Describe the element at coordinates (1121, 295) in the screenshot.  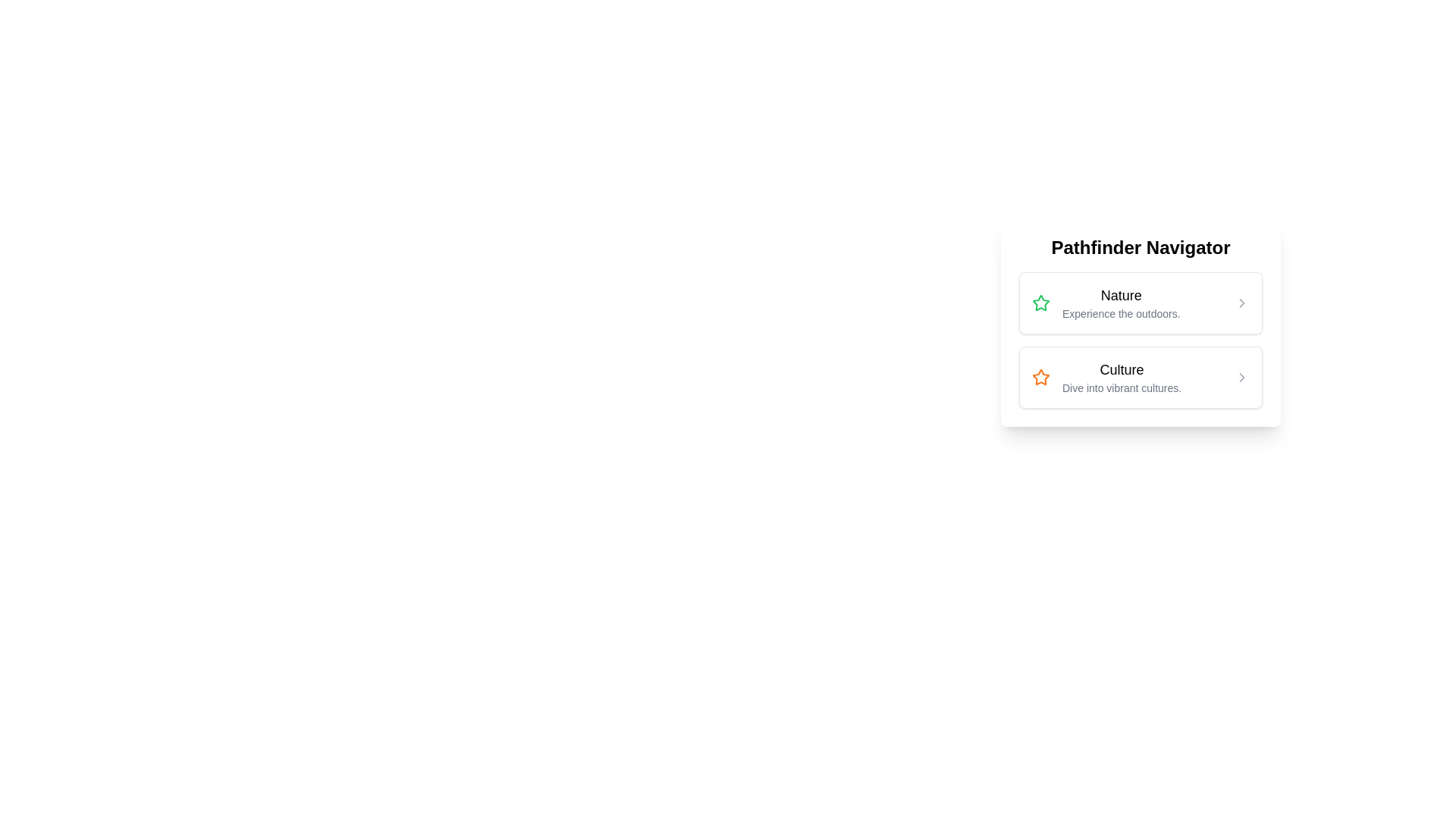
I see `the text label titled 'Nature' which serves as a headline for its associated section` at that location.